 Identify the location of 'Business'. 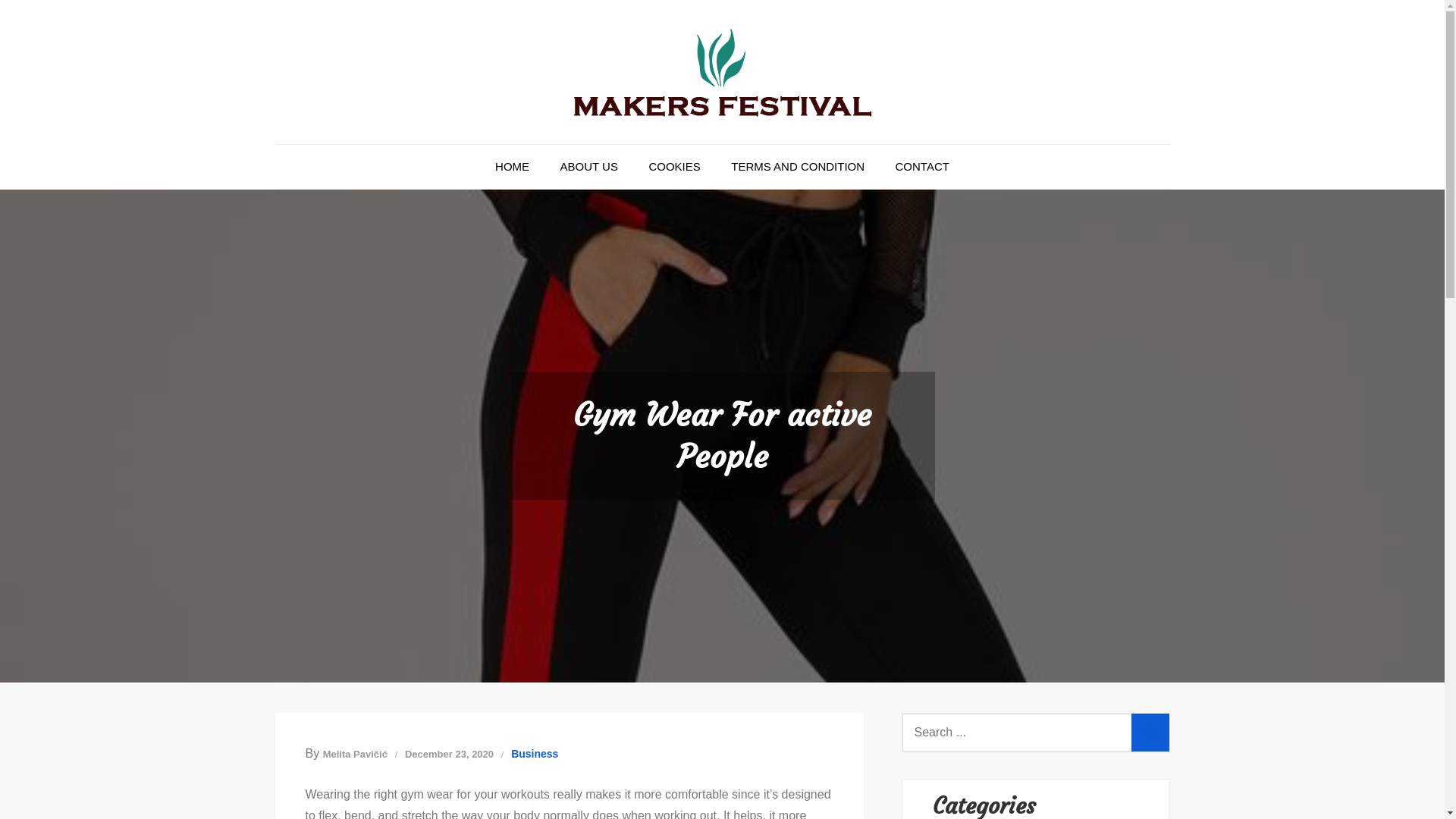
(535, 754).